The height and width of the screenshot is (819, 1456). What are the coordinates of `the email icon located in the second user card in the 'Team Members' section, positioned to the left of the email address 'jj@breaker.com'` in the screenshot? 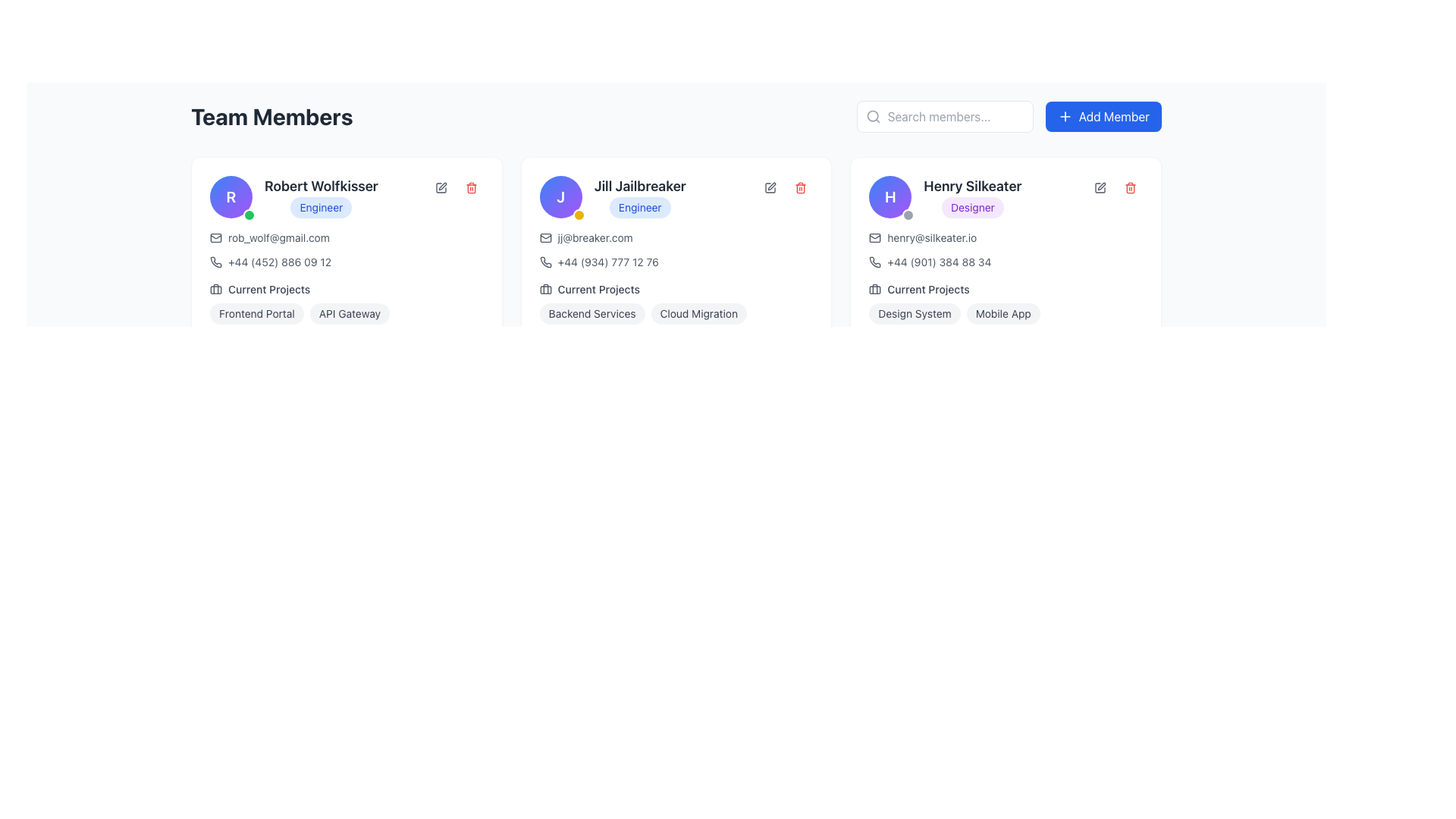 It's located at (545, 237).